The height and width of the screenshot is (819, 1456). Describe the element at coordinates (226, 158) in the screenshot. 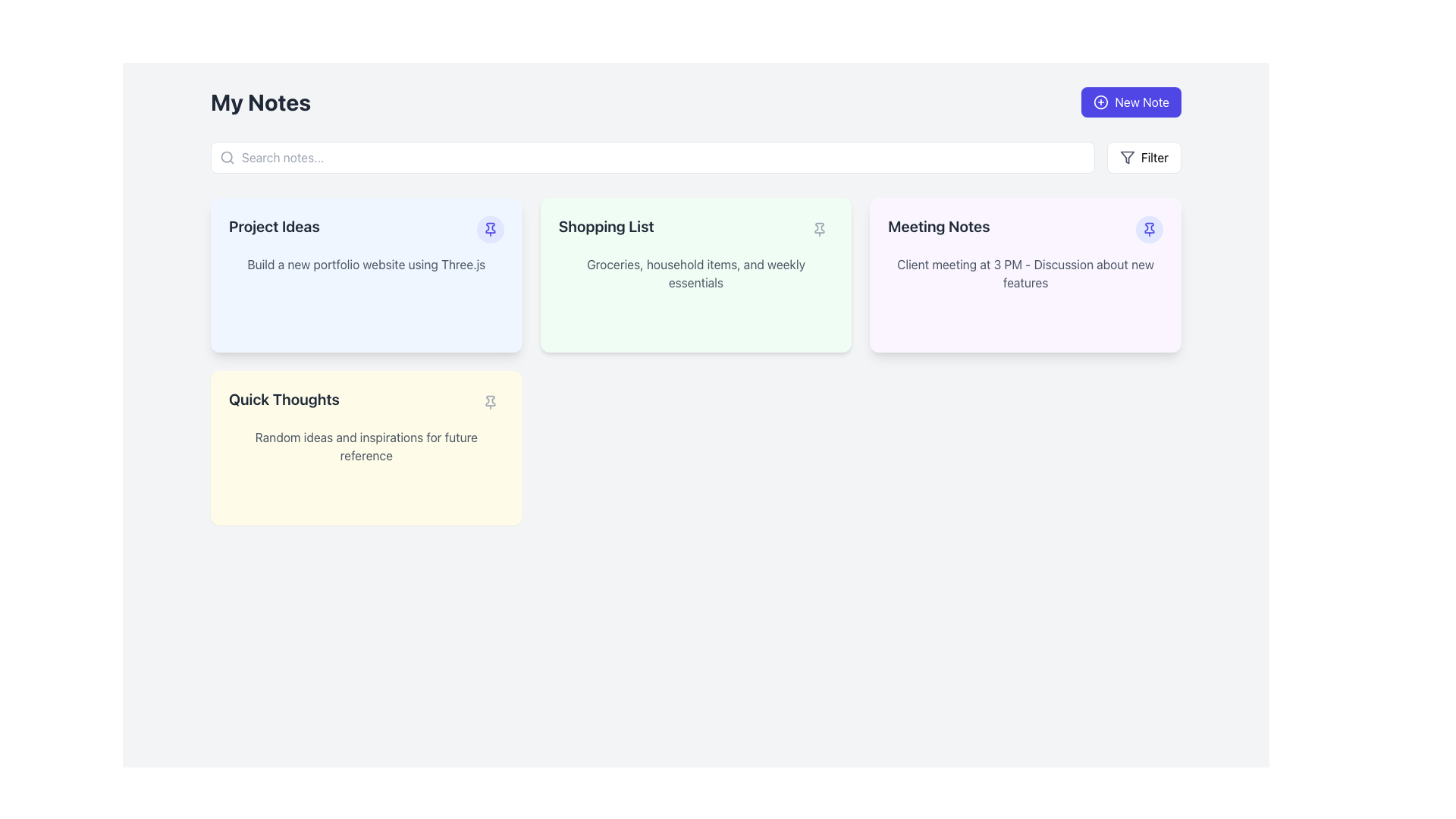

I see `the search icon located on the left side of the search bar, which is near the placeholder text 'Search notes...'` at that location.